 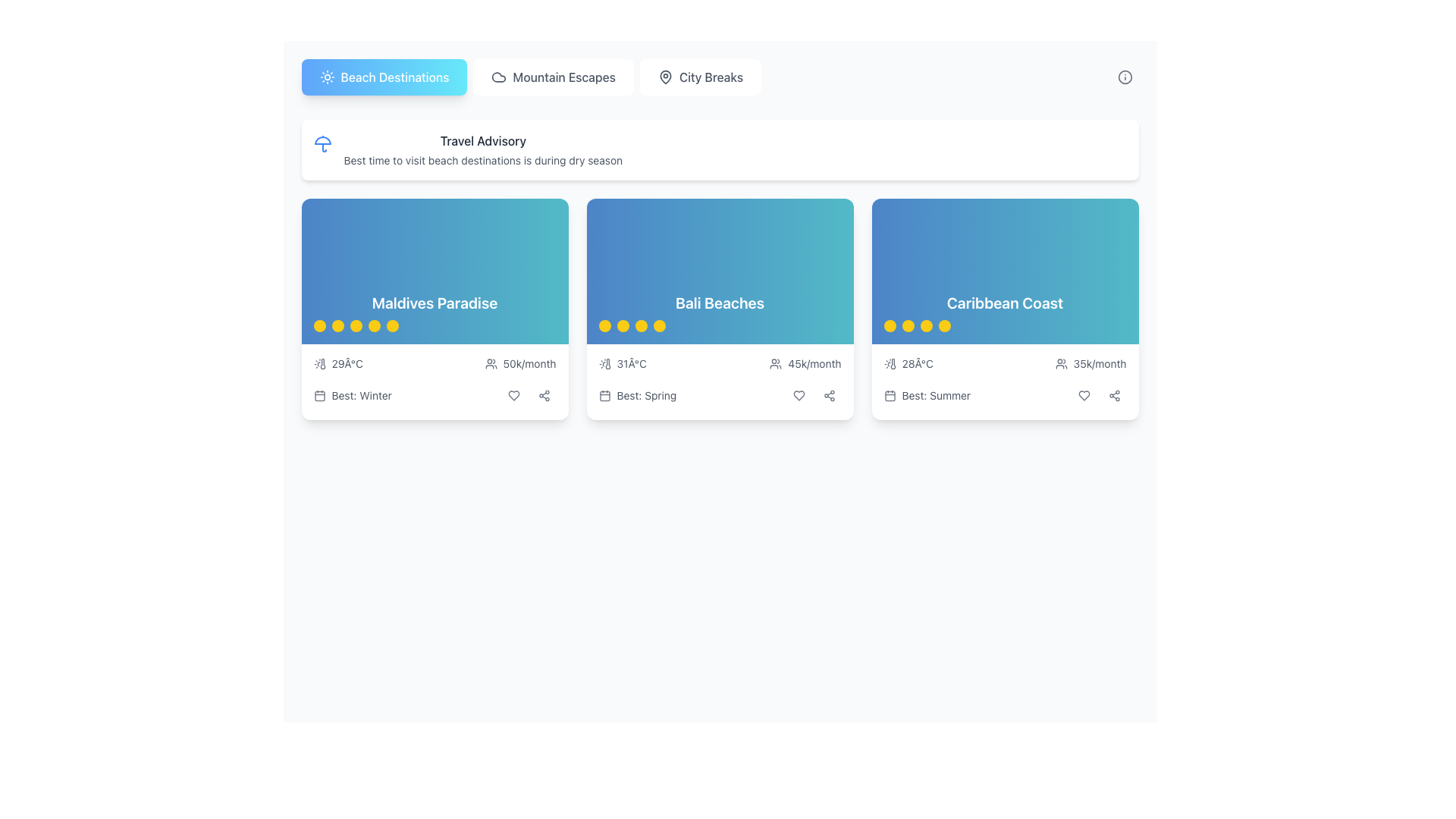 I want to click on the 'Mountain Escapes' button in the navigation bar, so click(x=553, y=77).